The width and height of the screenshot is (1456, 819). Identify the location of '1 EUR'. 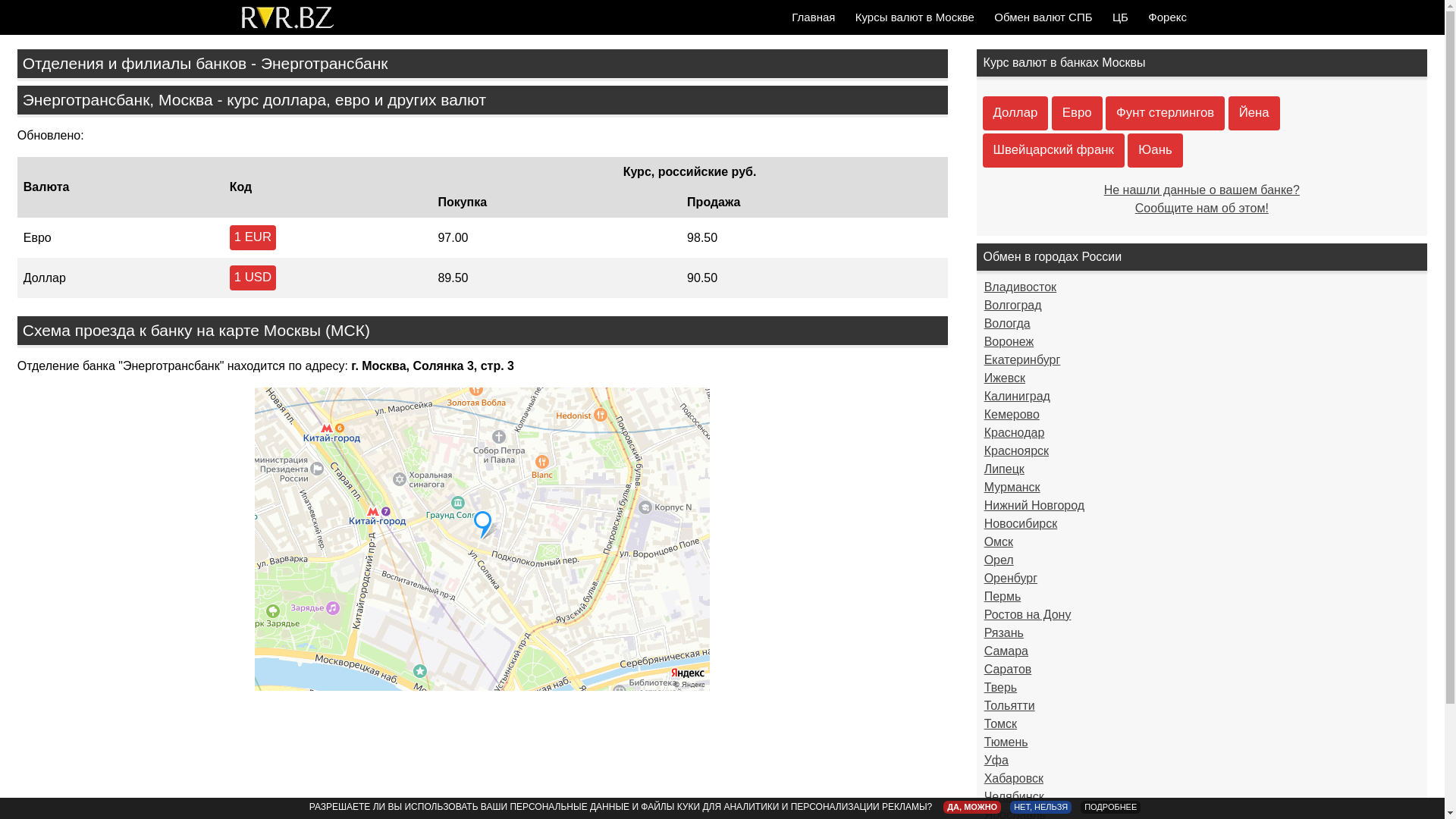
(253, 237).